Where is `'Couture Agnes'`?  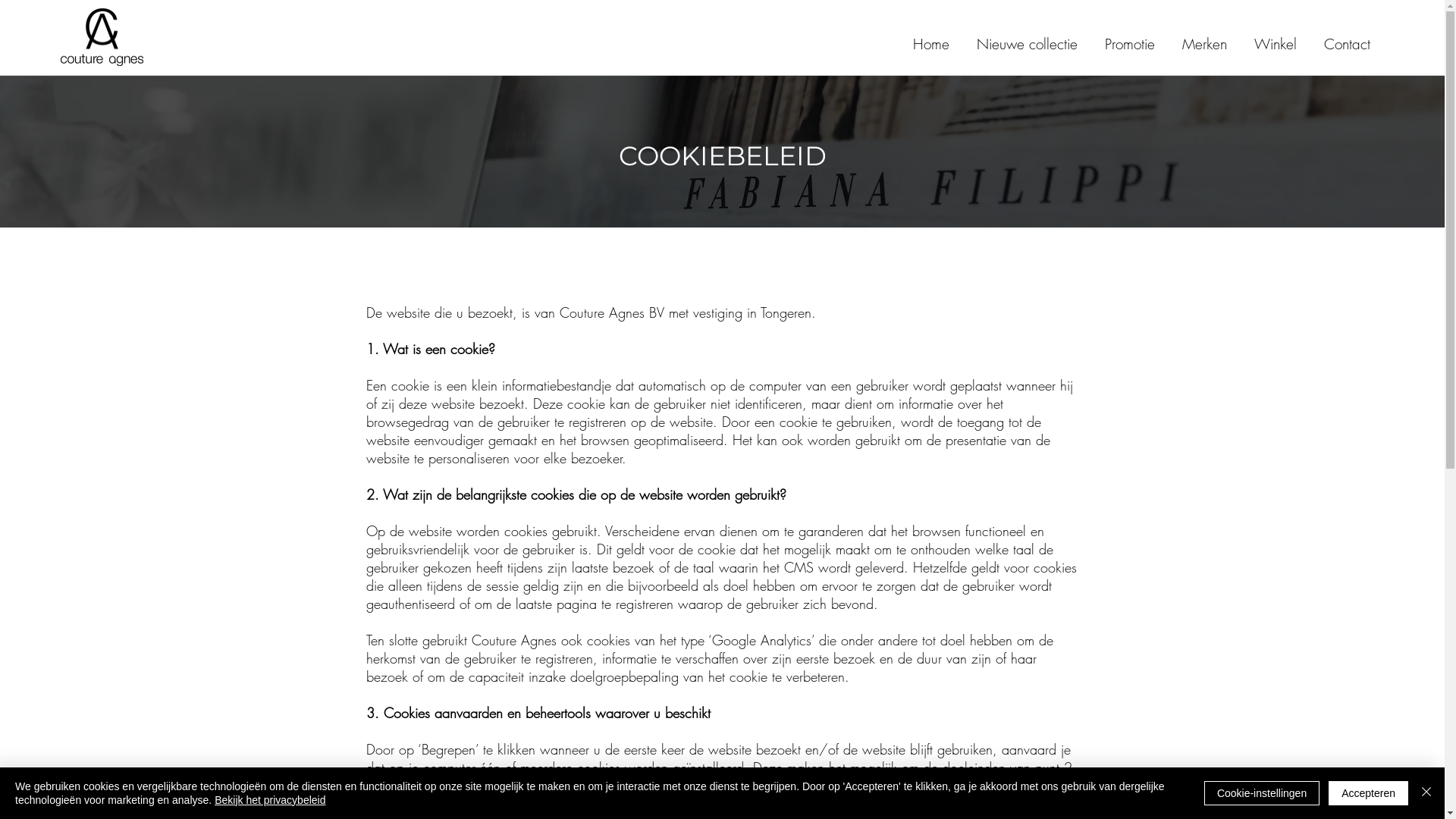 'Couture Agnes' is located at coordinates (61, 36).